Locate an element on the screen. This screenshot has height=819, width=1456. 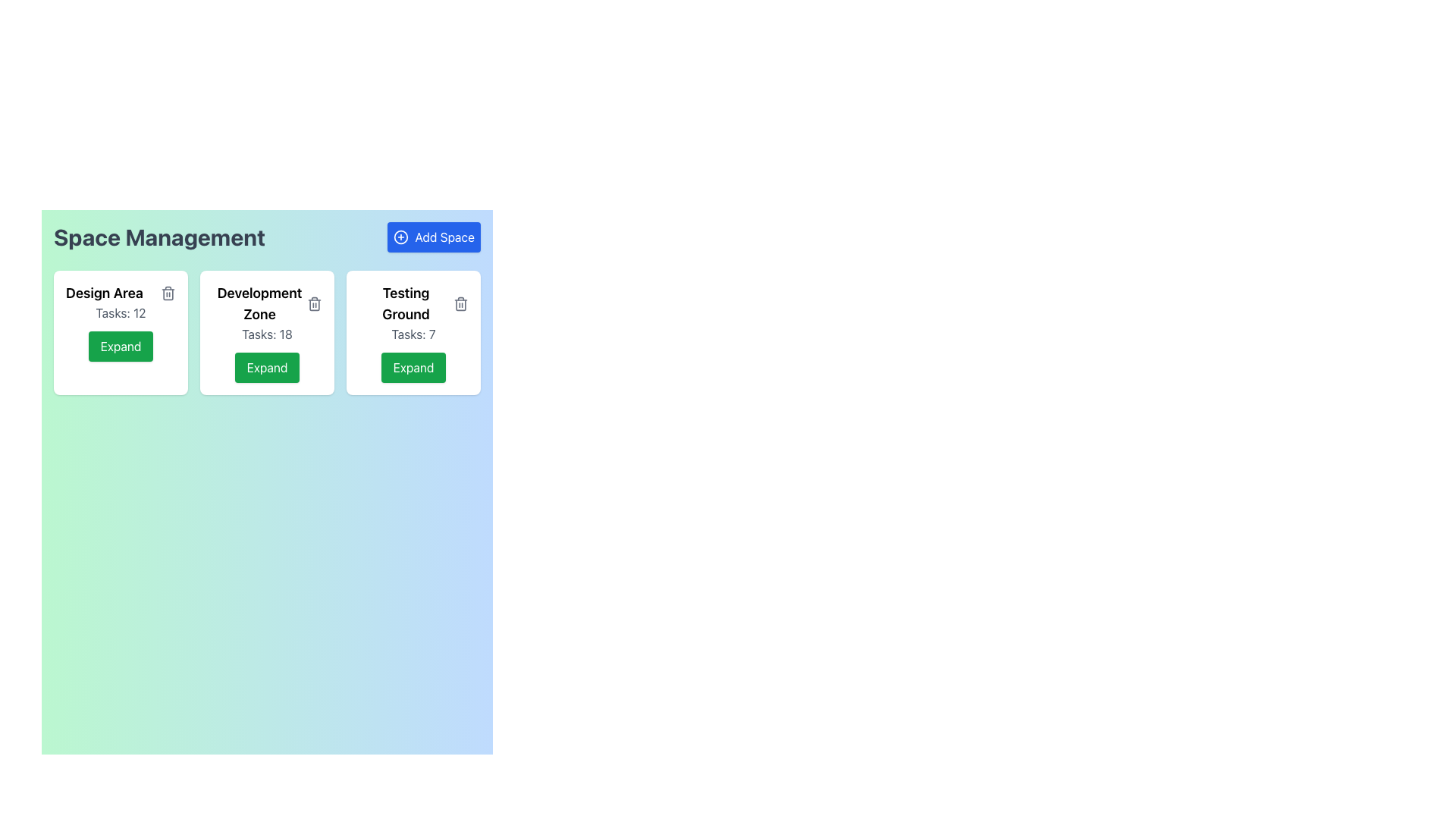
the delete button with a trash icon located at the top right corner of the Design Area section is located at coordinates (168, 293).